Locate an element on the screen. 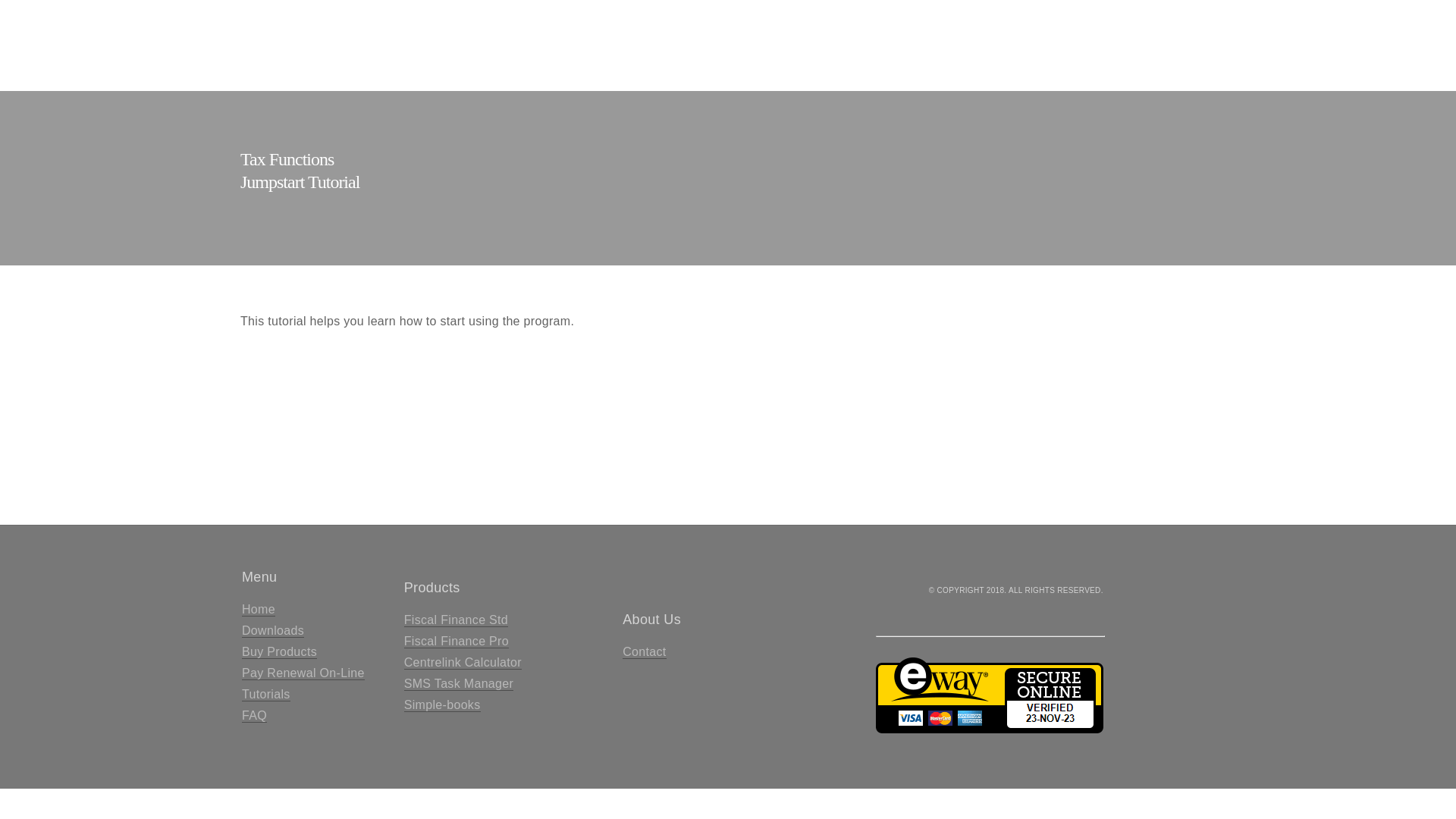 Image resolution: width=1456 pixels, height=819 pixels. 'Downloads' is located at coordinates (273, 631).